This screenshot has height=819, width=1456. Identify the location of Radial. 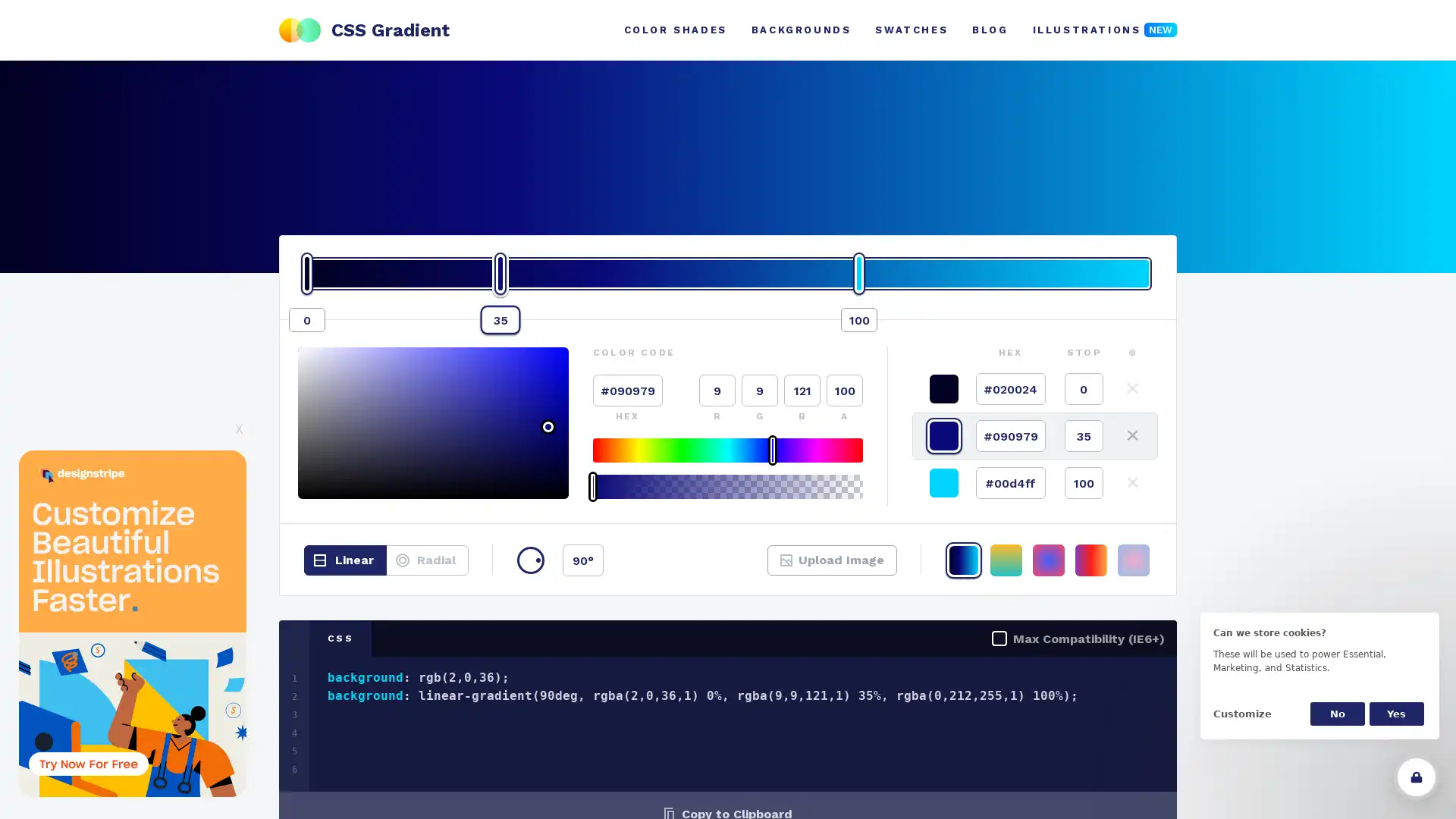
(426, 560).